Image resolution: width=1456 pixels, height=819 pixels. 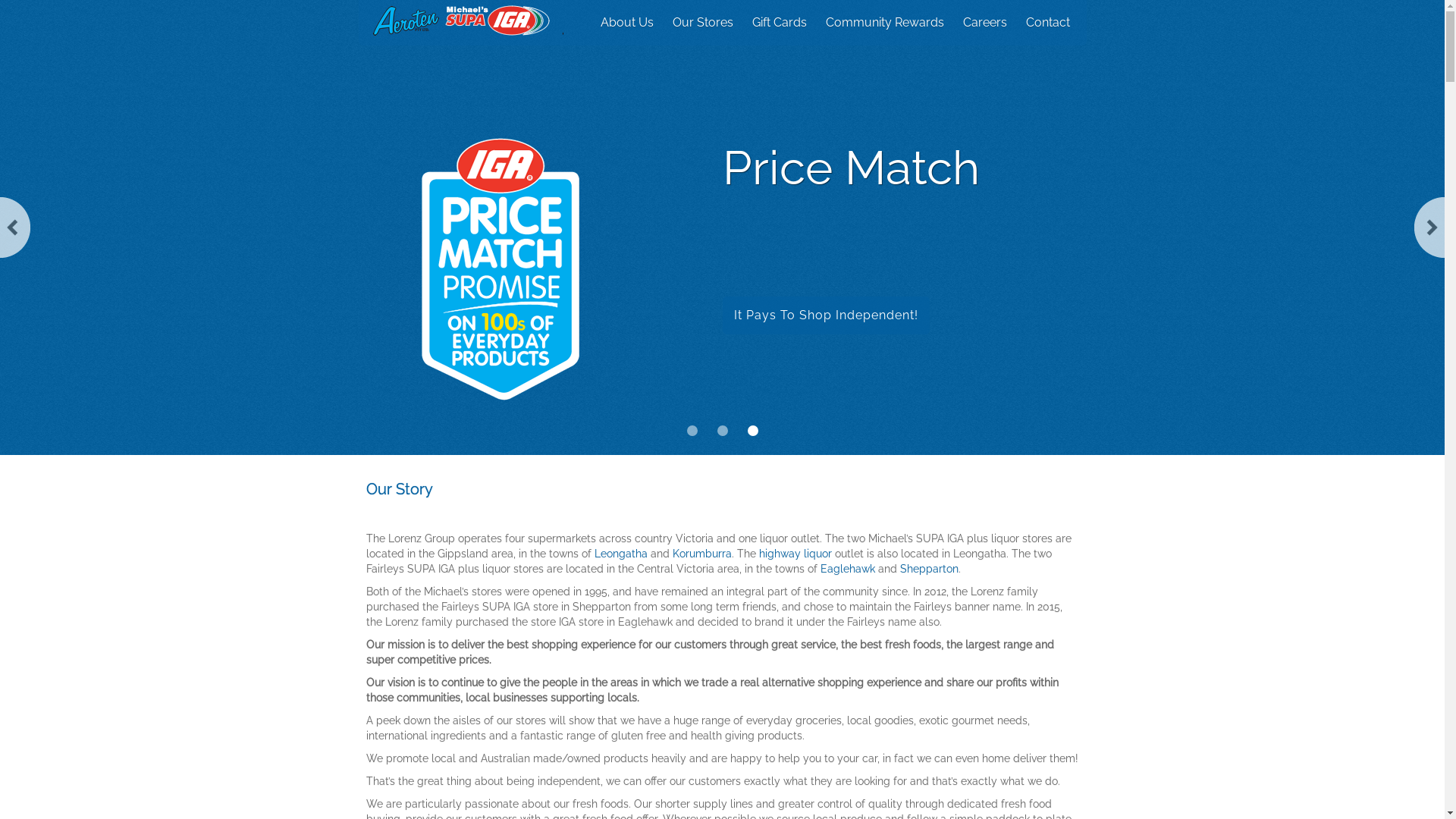 I want to click on 'Shepparton', so click(x=927, y=568).